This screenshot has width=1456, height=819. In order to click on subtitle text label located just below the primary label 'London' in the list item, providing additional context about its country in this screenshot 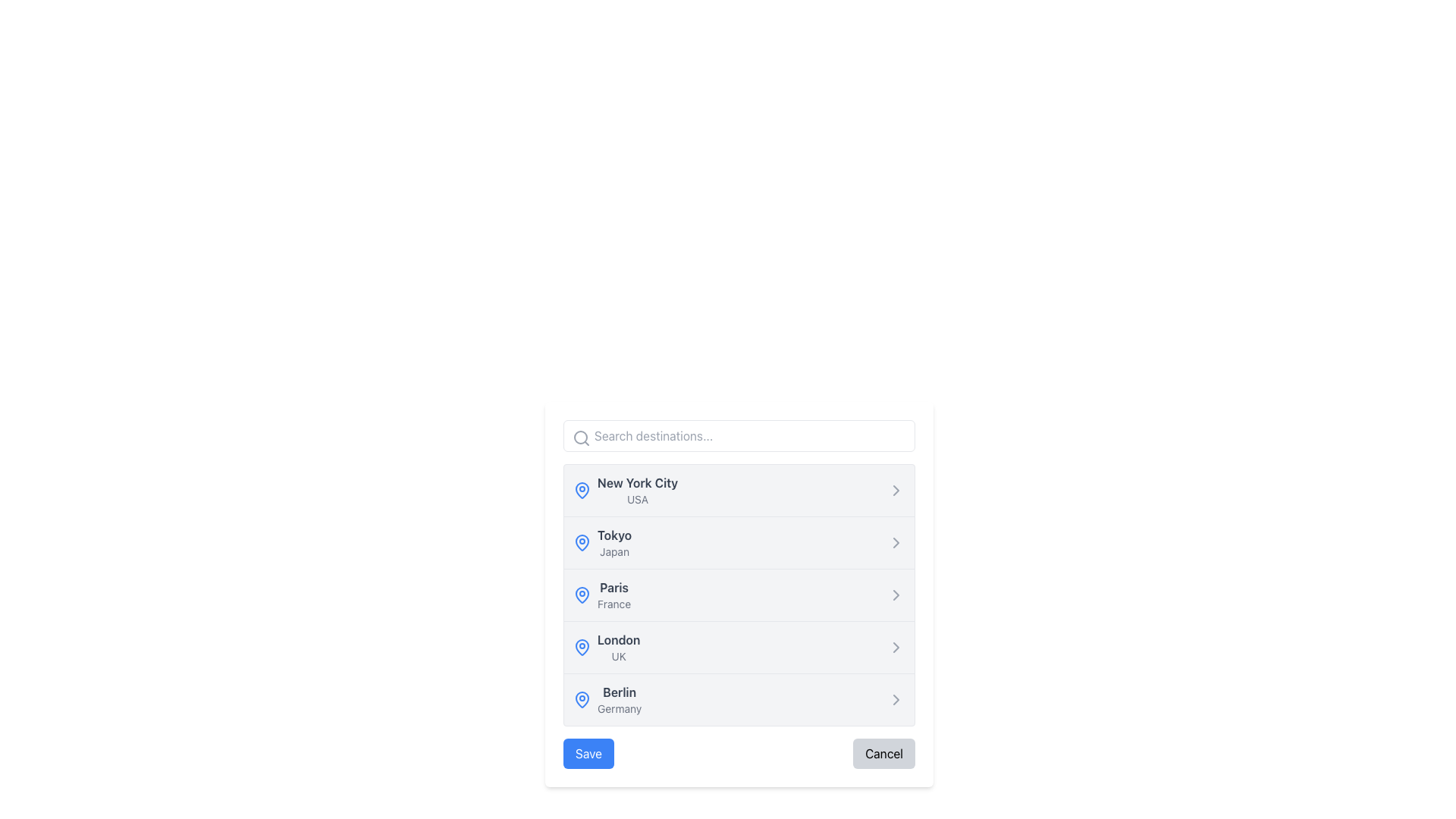, I will do `click(619, 656)`.